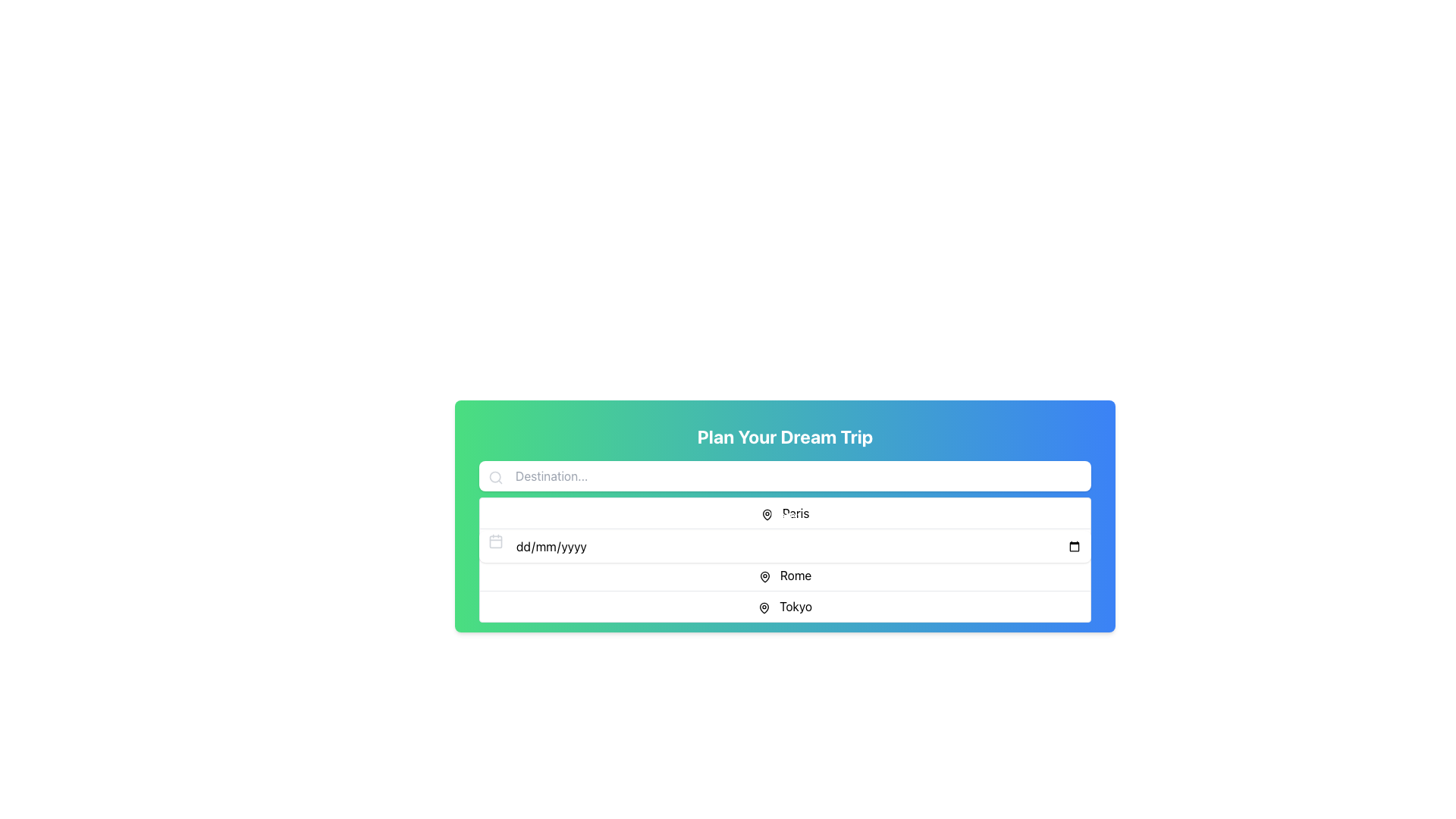 Image resolution: width=1456 pixels, height=819 pixels. What do you see at coordinates (785, 605) in the screenshot?
I see `the selectable list item labeled 'Tokyo' with a locator icon preceding it, which is the fourth item in the dropdown menu` at bounding box center [785, 605].